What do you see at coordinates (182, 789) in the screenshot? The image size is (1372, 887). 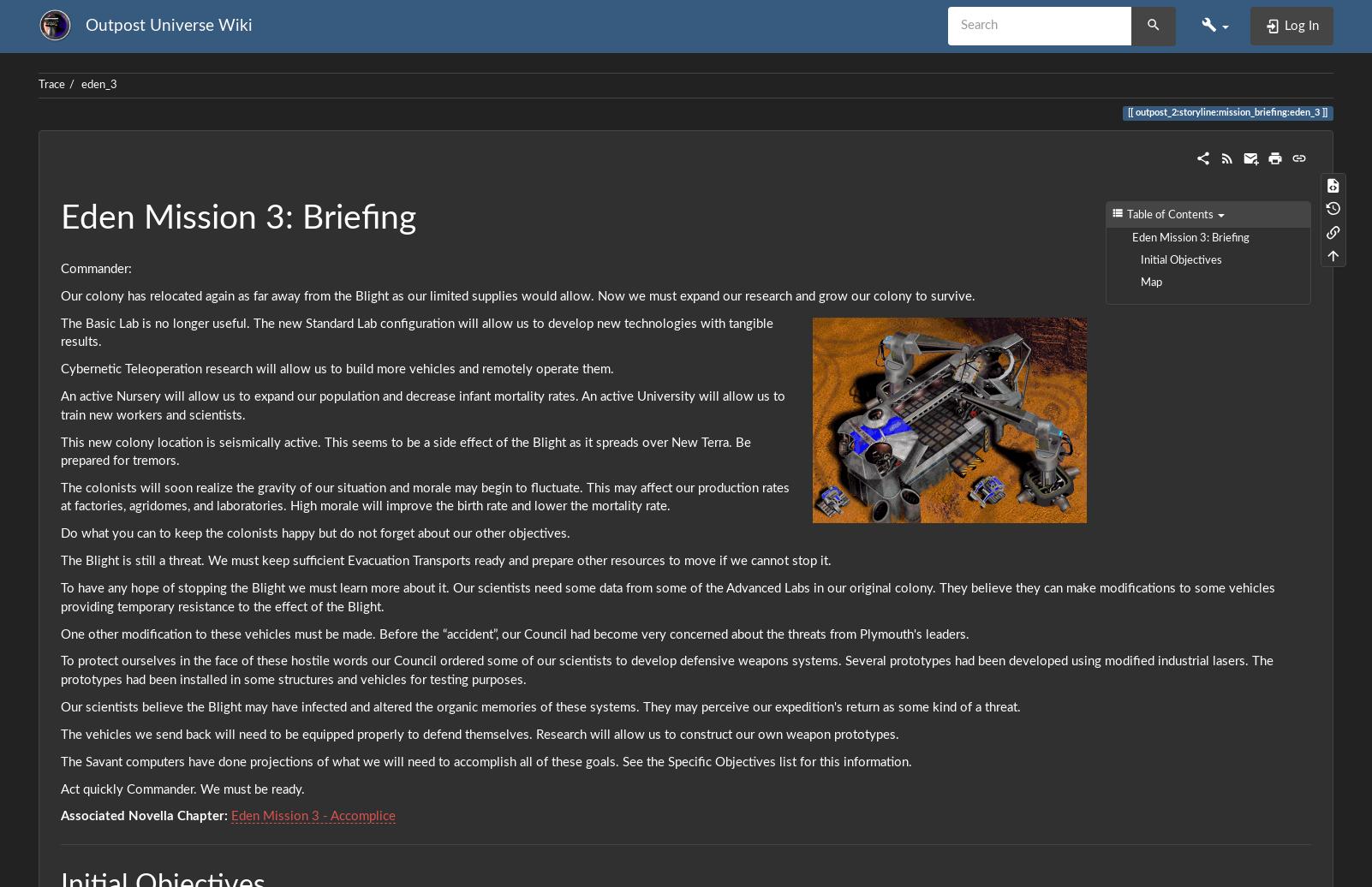 I see `'Act quickly Commander.  We must be ready.'` at bounding box center [182, 789].